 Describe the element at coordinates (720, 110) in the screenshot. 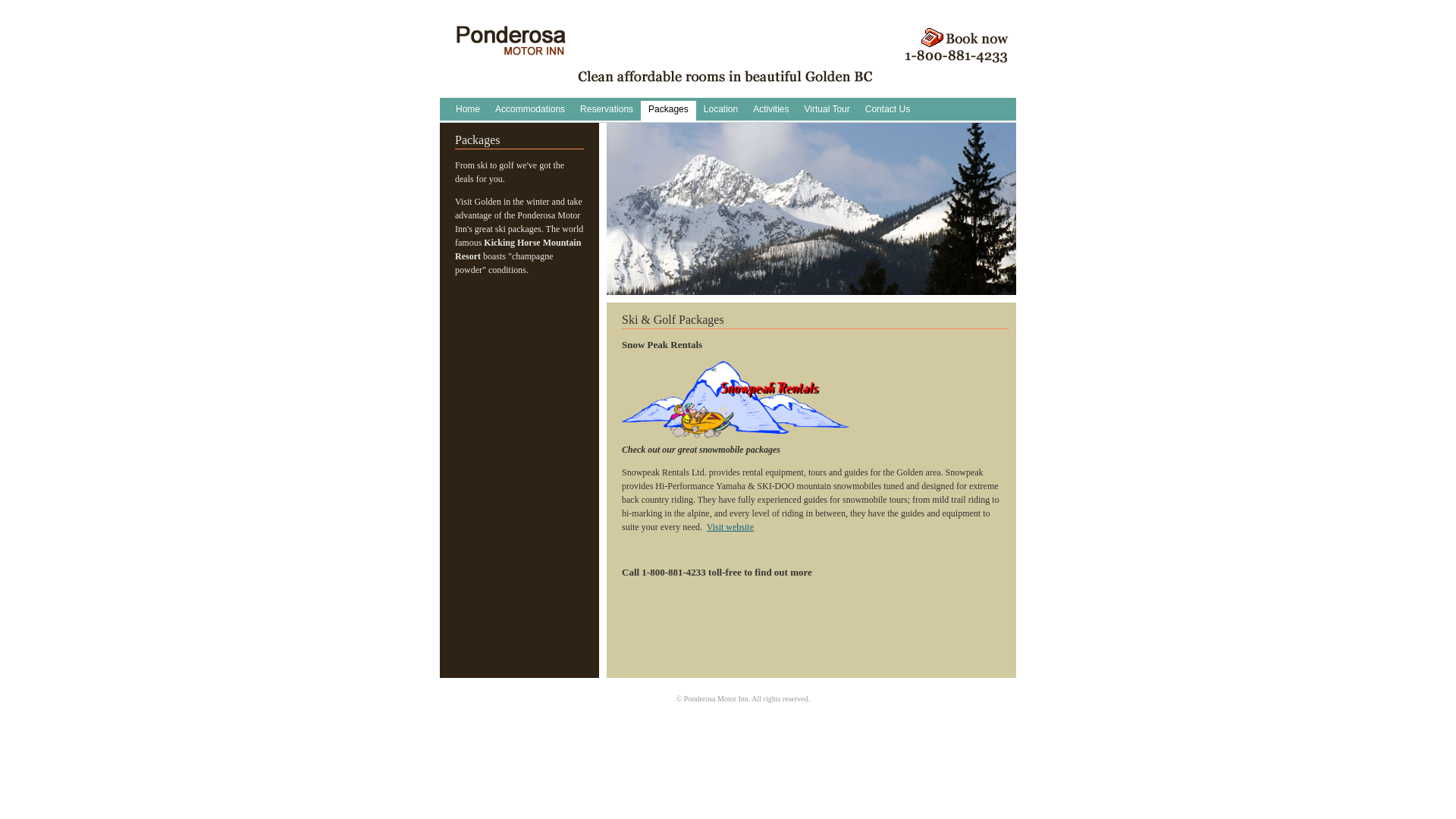

I see `'Location'` at that location.